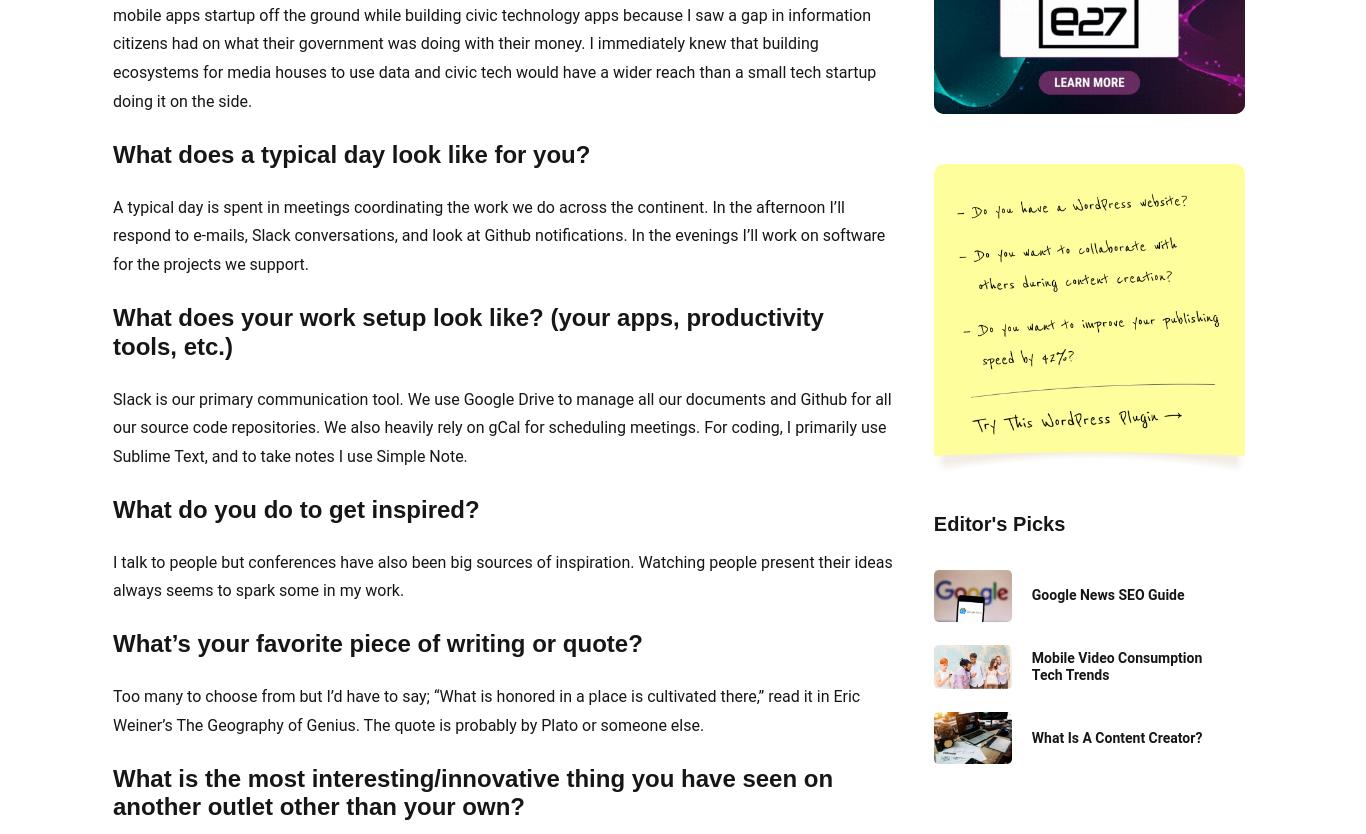 This screenshot has height=834, width=1366. What do you see at coordinates (998, 523) in the screenshot?
I see `'Editor's Picks'` at bounding box center [998, 523].